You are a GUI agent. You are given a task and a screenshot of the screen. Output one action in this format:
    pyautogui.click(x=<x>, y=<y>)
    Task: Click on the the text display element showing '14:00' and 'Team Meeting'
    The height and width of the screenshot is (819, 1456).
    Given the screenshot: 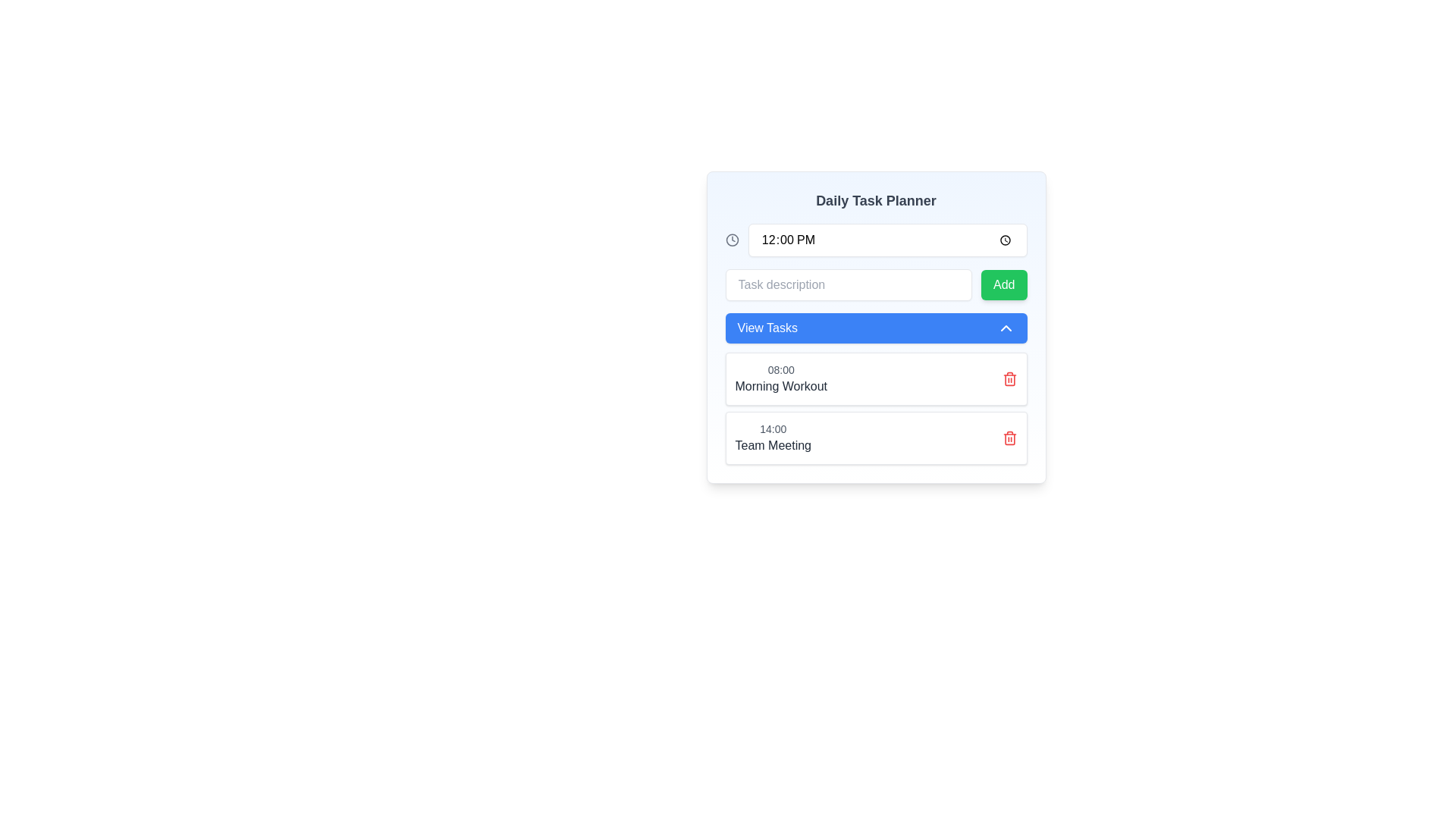 What is the action you would take?
    pyautogui.click(x=773, y=438)
    